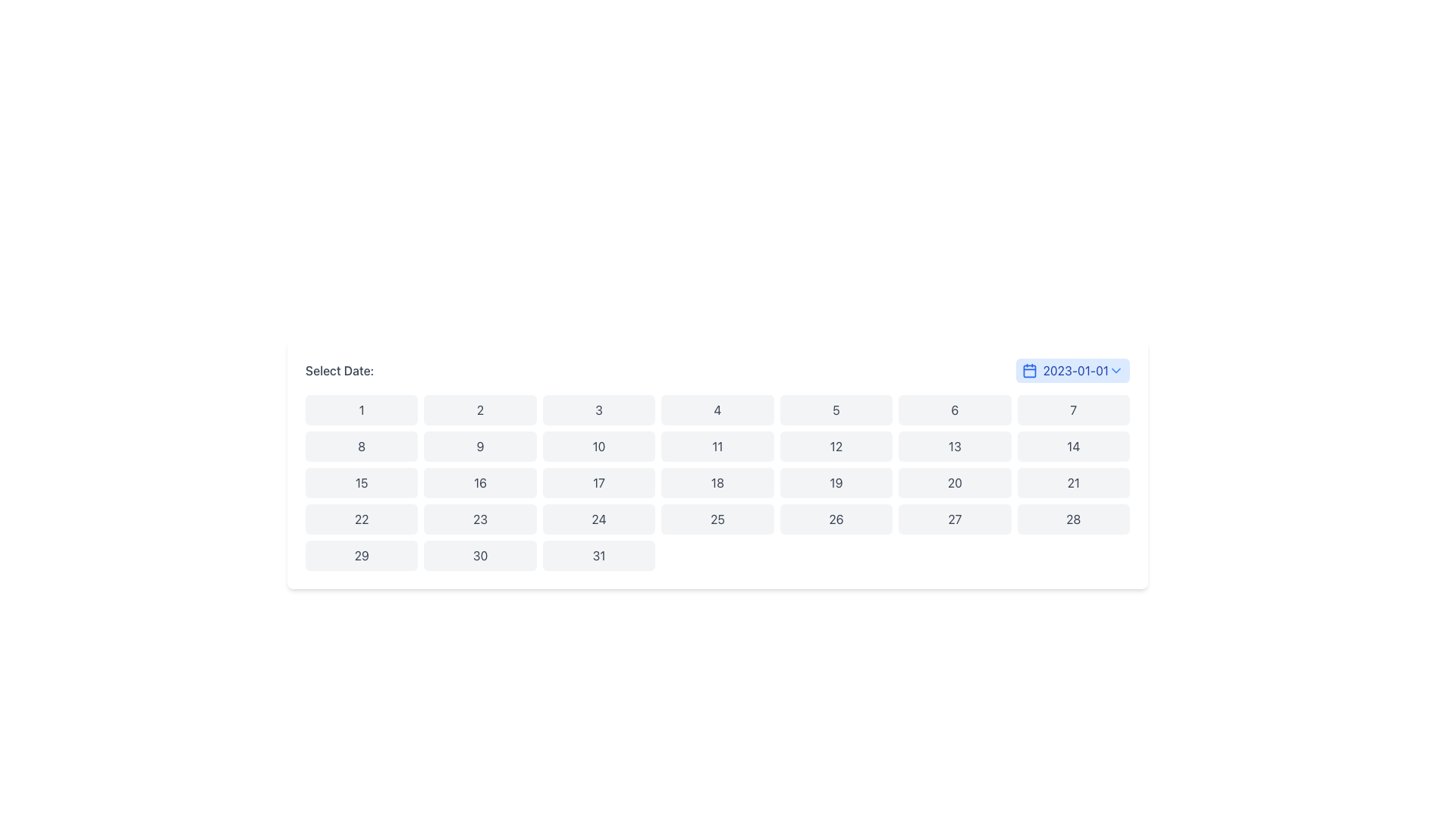 The height and width of the screenshot is (819, 1456). What do you see at coordinates (1072, 409) in the screenshot?
I see `the button displaying the number '7' which has a gray background and black text` at bounding box center [1072, 409].